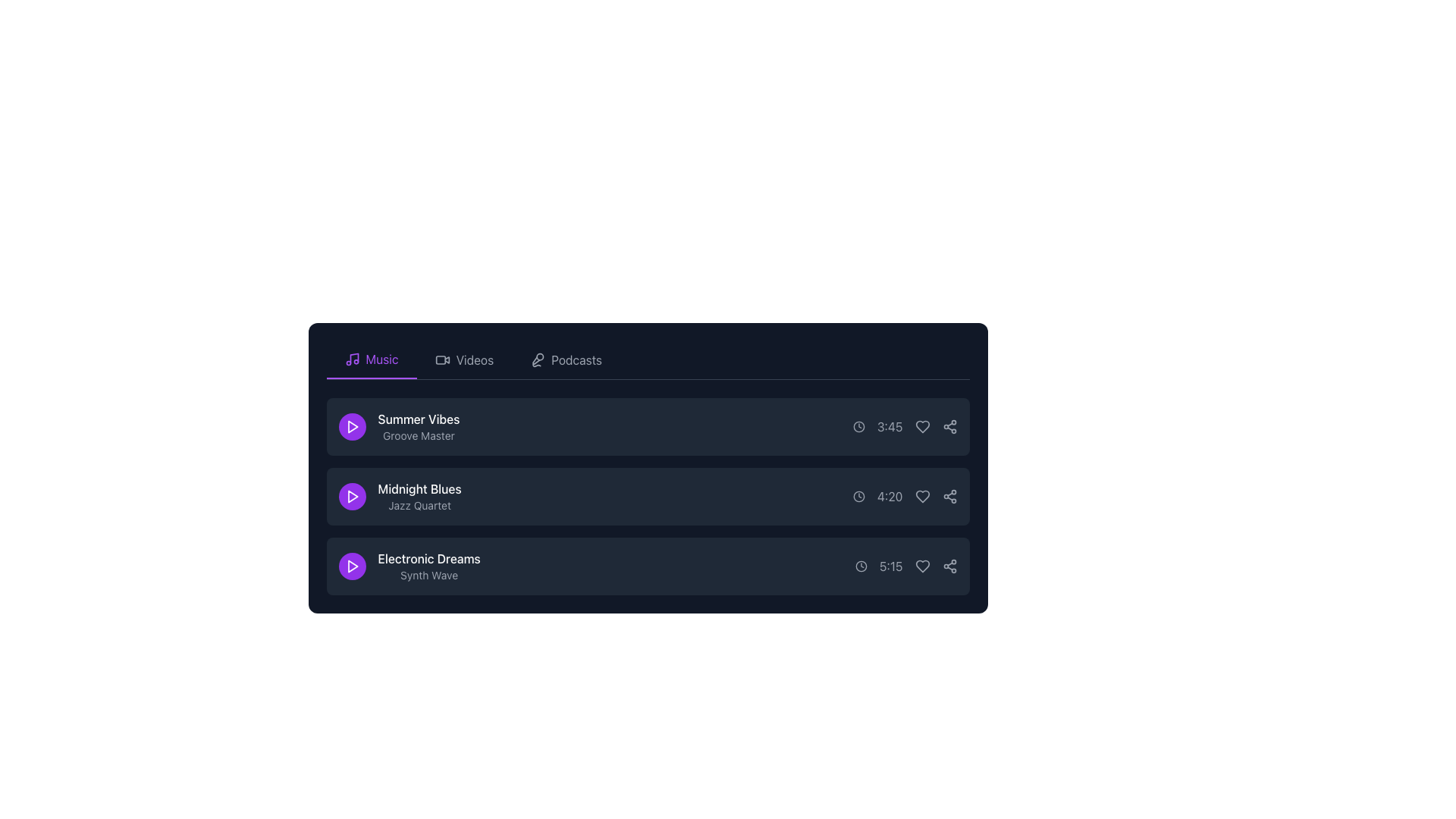 Image resolution: width=1456 pixels, height=819 pixels. Describe the element at coordinates (949, 497) in the screenshot. I see `the share button located on the far-right of the row displaying the 'Midnight Blues' item` at that location.